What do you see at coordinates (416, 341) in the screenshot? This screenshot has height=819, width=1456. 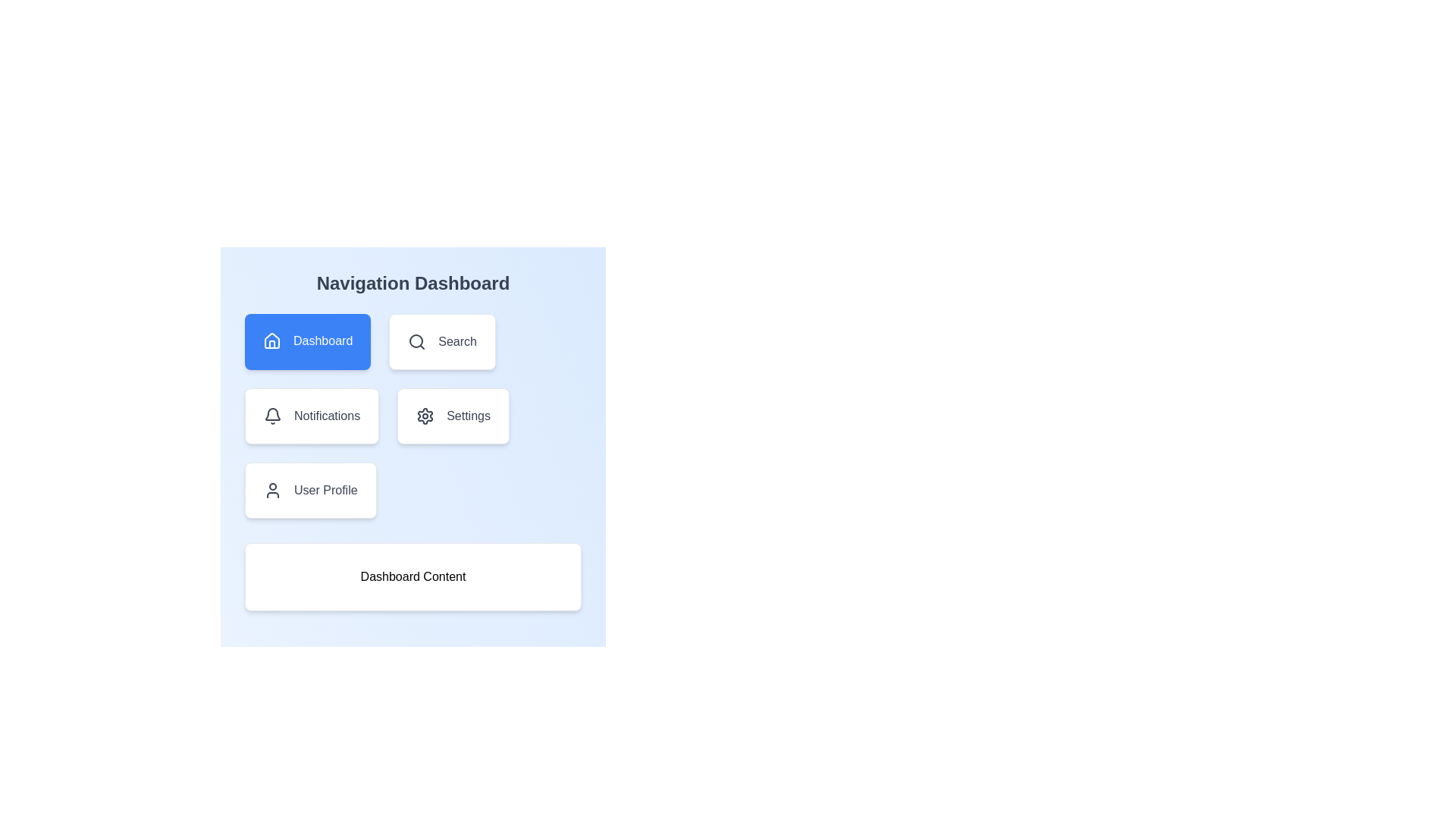 I see `the Decorative SVG circle that represents the lens portion of the search icon` at bounding box center [416, 341].